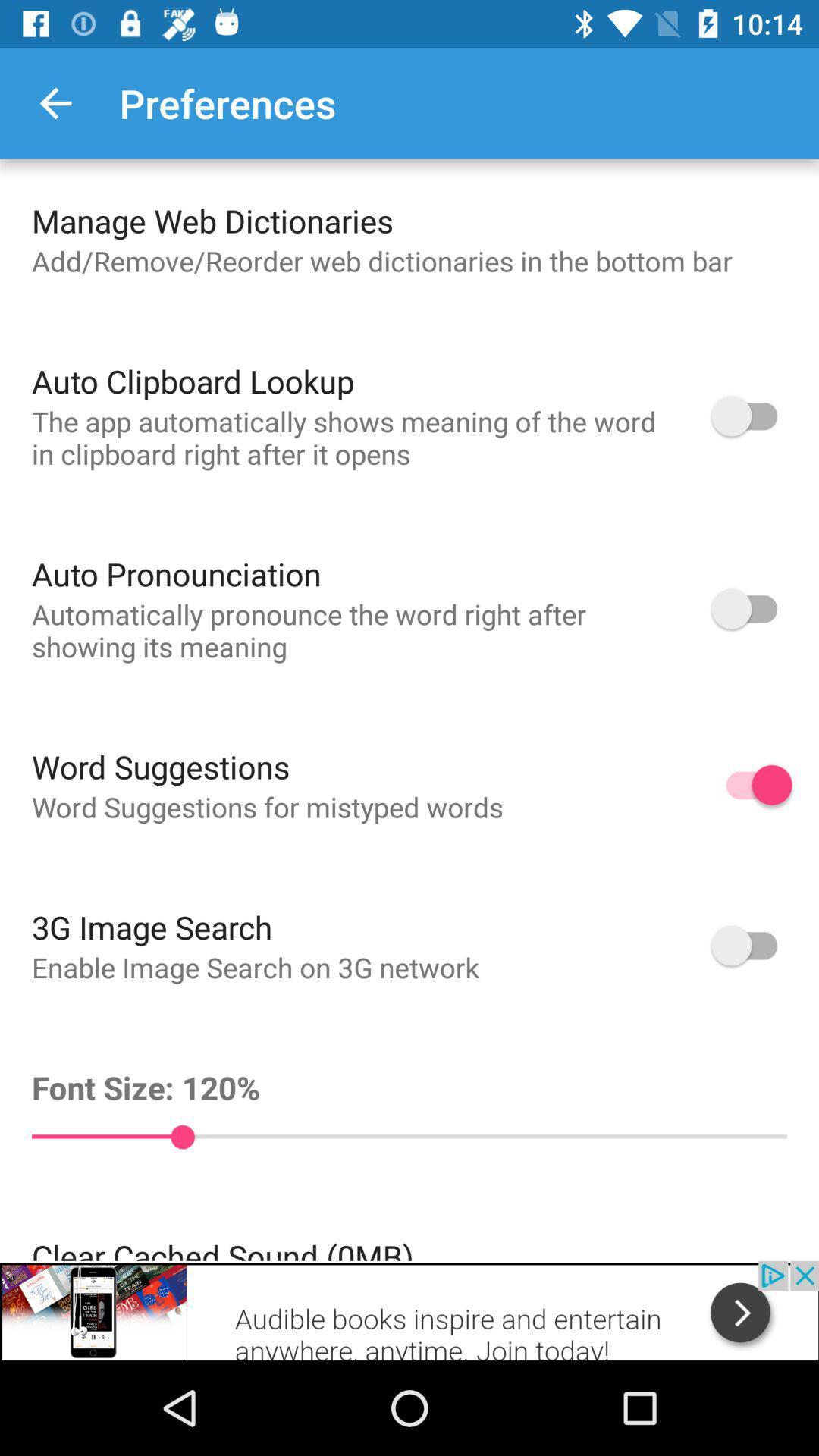 The height and width of the screenshot is (1456, 819). What do you see at coordinates (752, 416) in the screenshot?
I see `enable the option` at bounding box center [752, 416].